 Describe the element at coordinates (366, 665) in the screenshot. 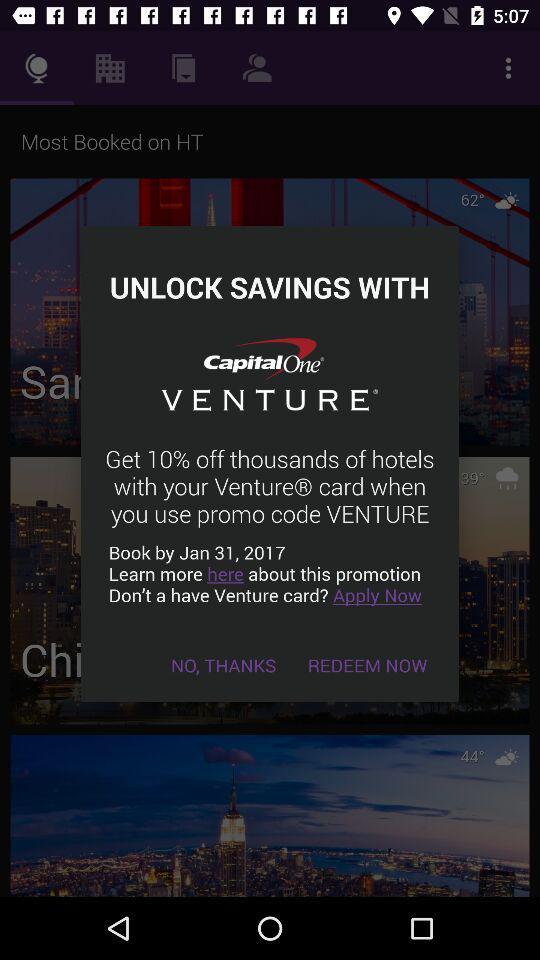

I see `the redeem now at the bottom right corner` at that location.